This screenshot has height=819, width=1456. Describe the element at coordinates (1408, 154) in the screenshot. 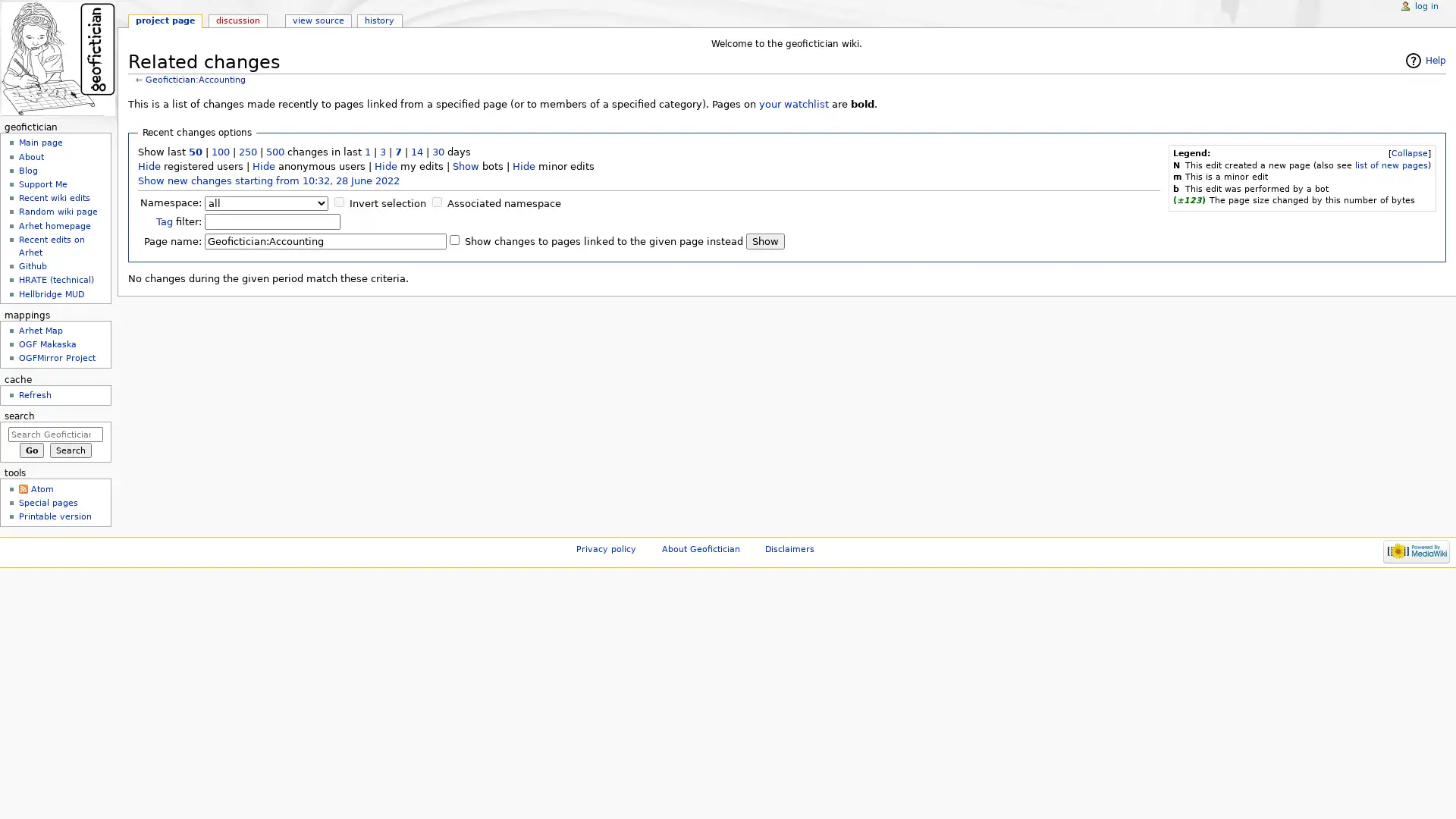

I see `[Collapse]` at that location.